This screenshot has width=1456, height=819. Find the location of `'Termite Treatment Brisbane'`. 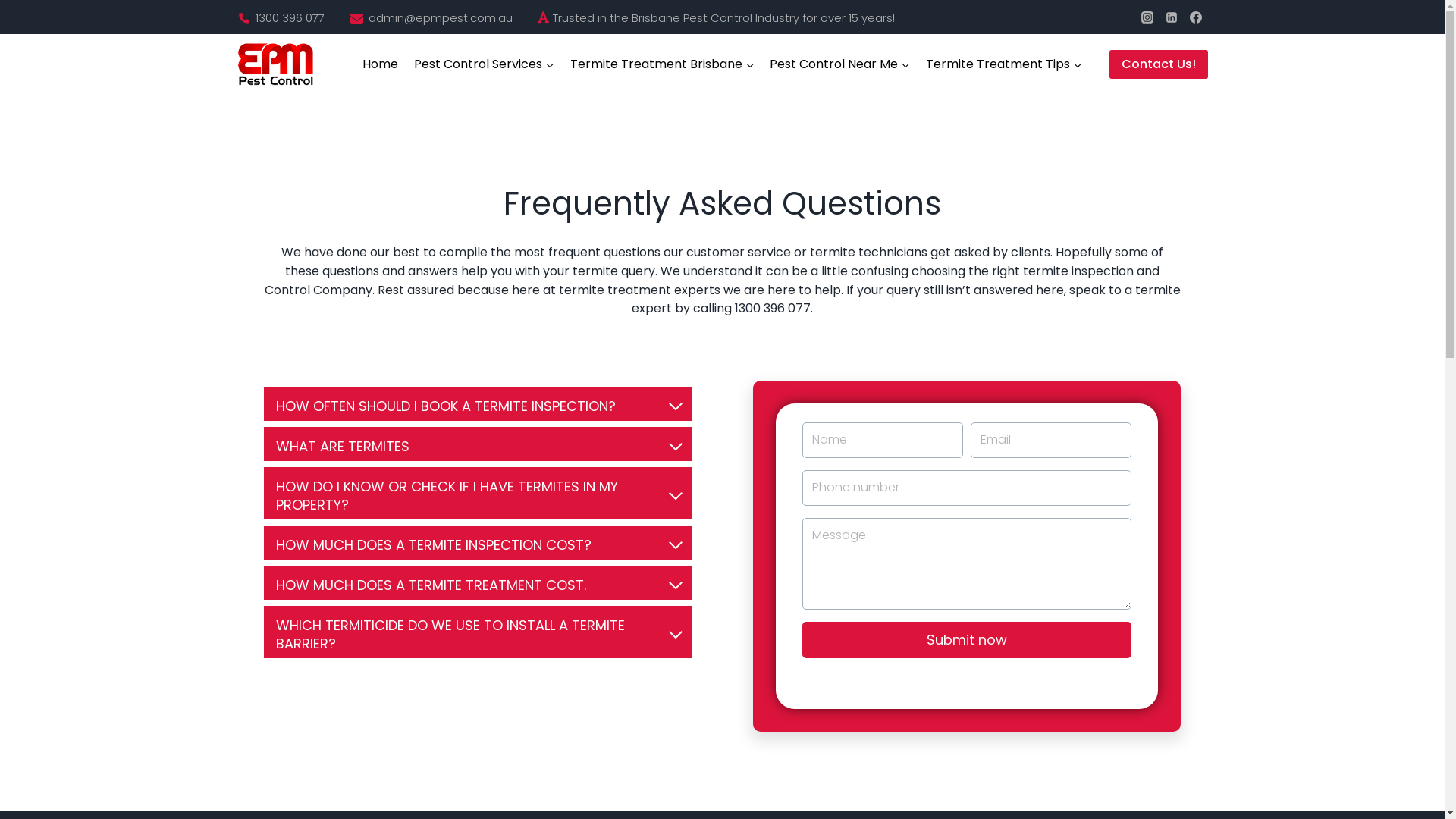

'Termite Treatment Brisbane' is located at coordinates (662, 64).